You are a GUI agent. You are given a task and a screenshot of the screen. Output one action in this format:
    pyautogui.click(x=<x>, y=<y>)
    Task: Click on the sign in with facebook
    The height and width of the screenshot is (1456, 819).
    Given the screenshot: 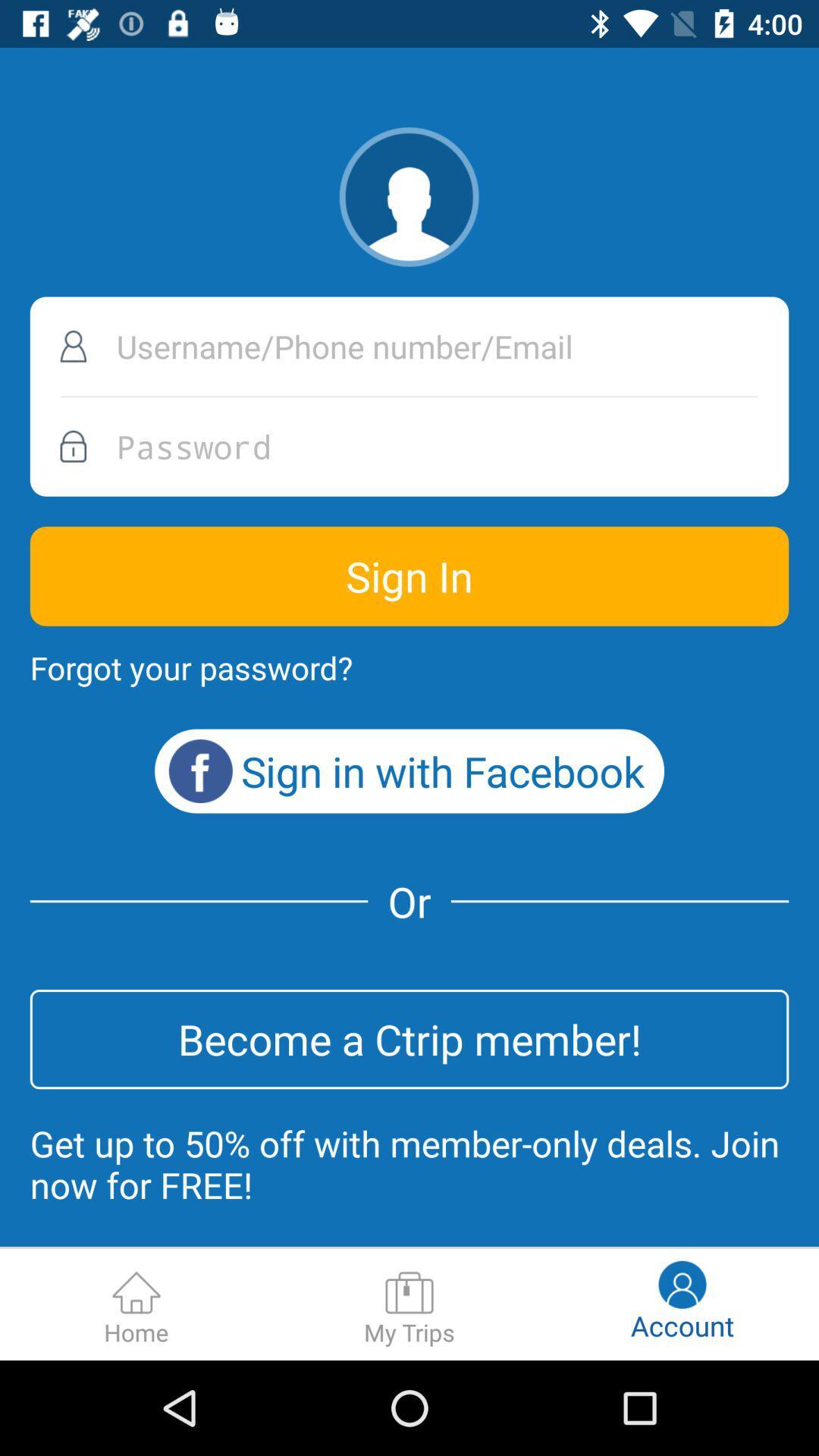 What is the action you would take?
    pyautogui.click(x=409, y=771)
    